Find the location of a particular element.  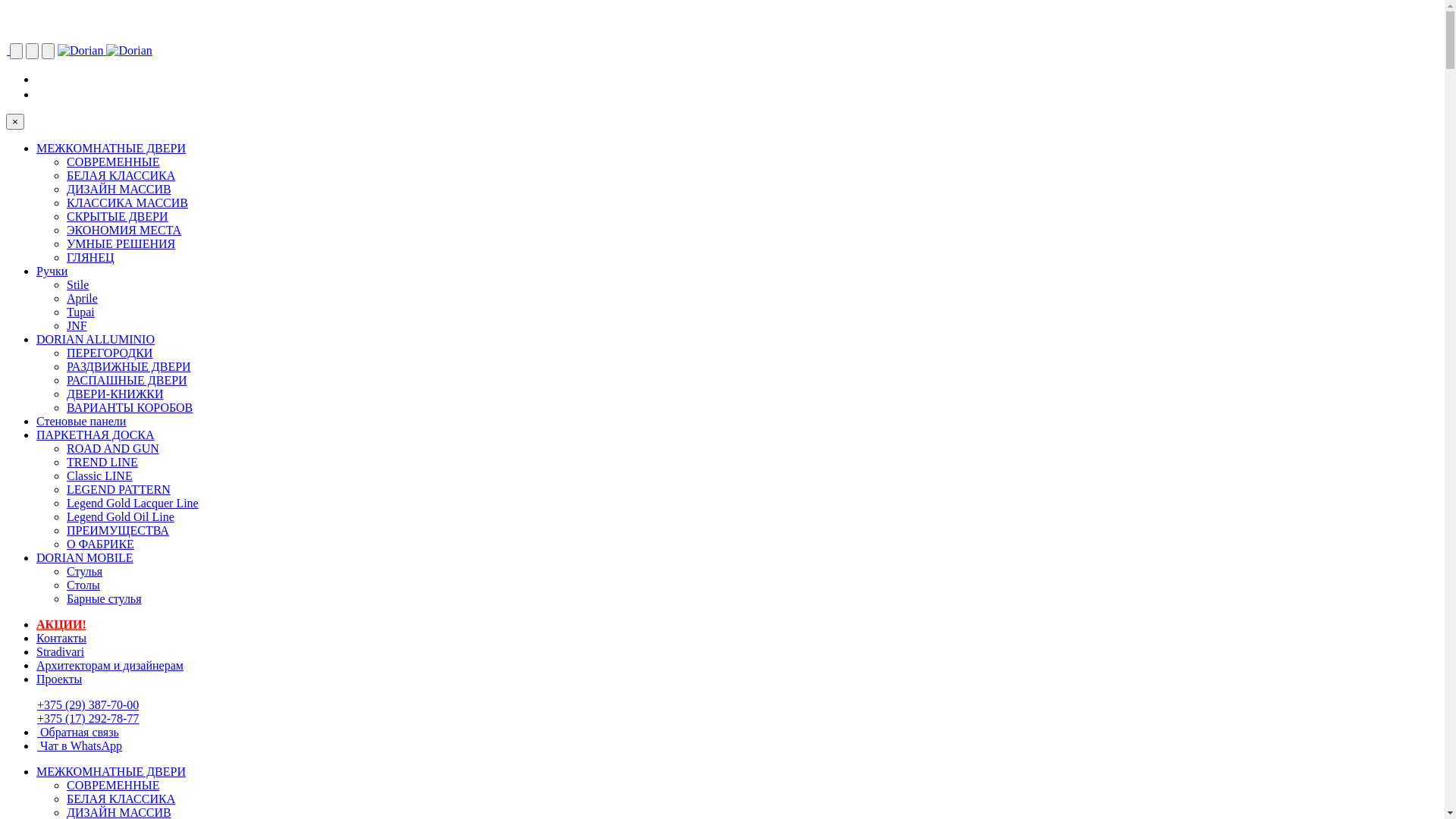

'DORIAN MOBILE' is located at coordinates (83, 557).